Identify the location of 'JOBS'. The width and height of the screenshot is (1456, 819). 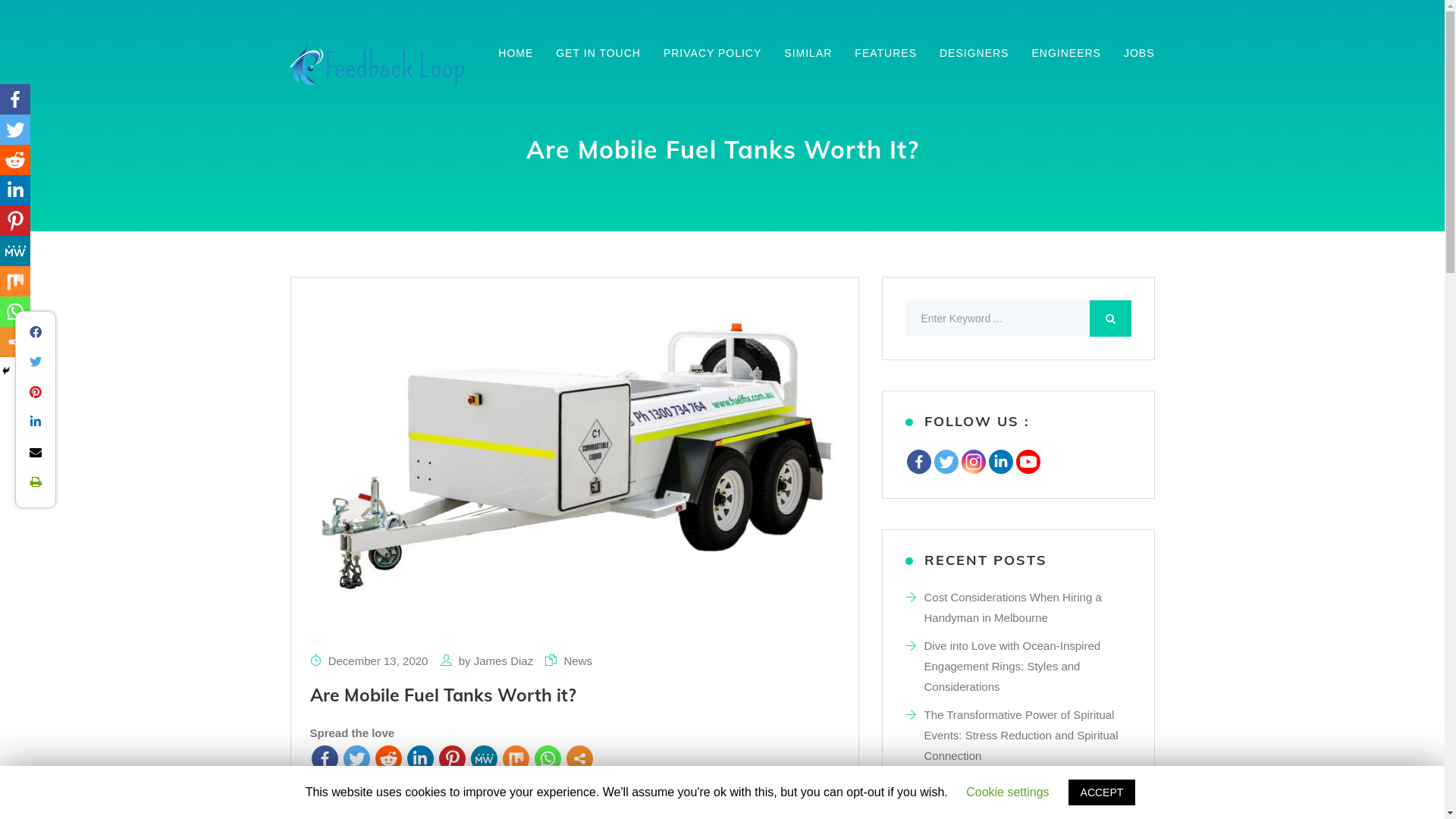
(1112, 52).